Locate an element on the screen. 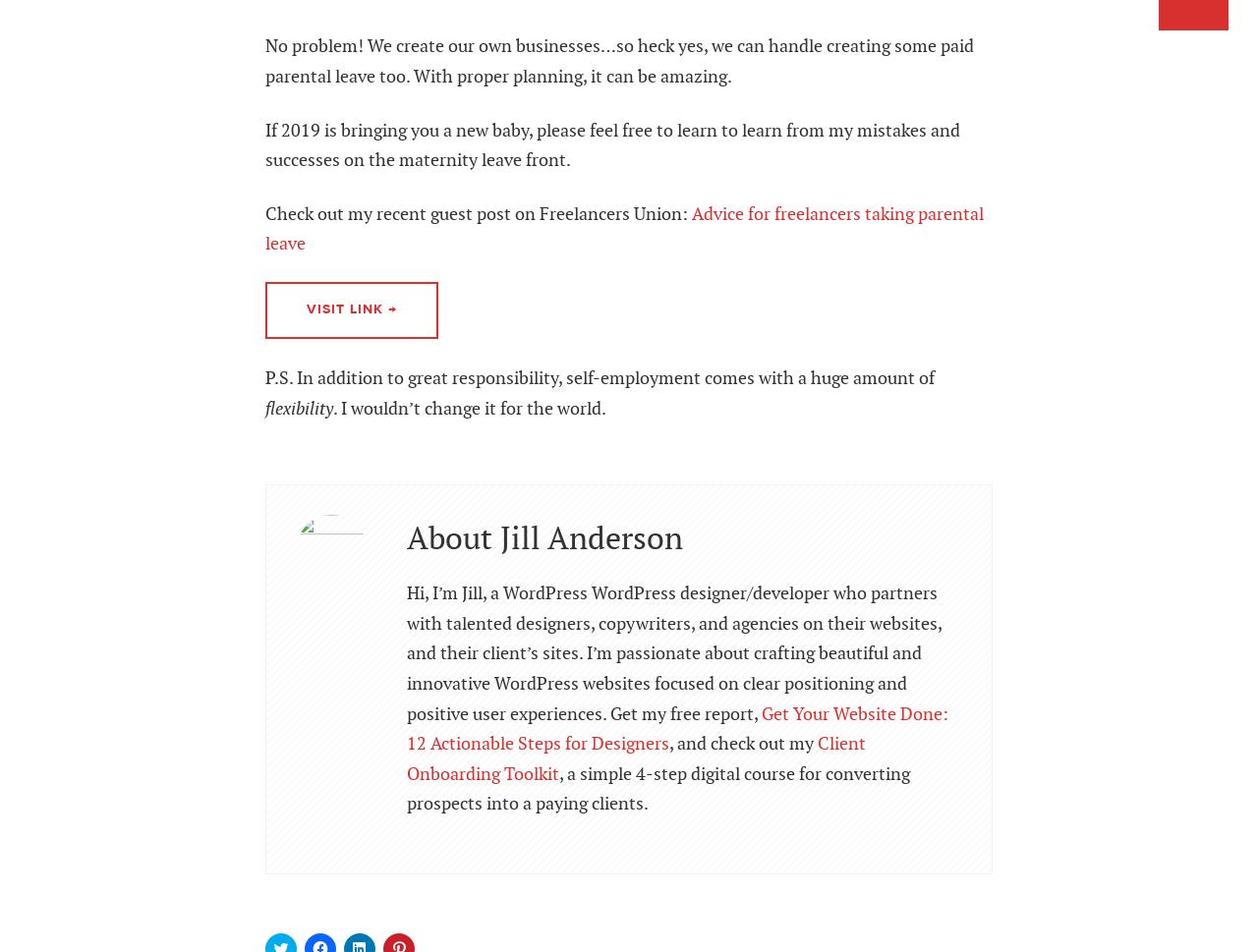 Image resolution: width=1258 pixels, height=952 pixels. 'Get Your Website Done: 12 Actionable Steps for Designers' is located at coordinates (677, 728).